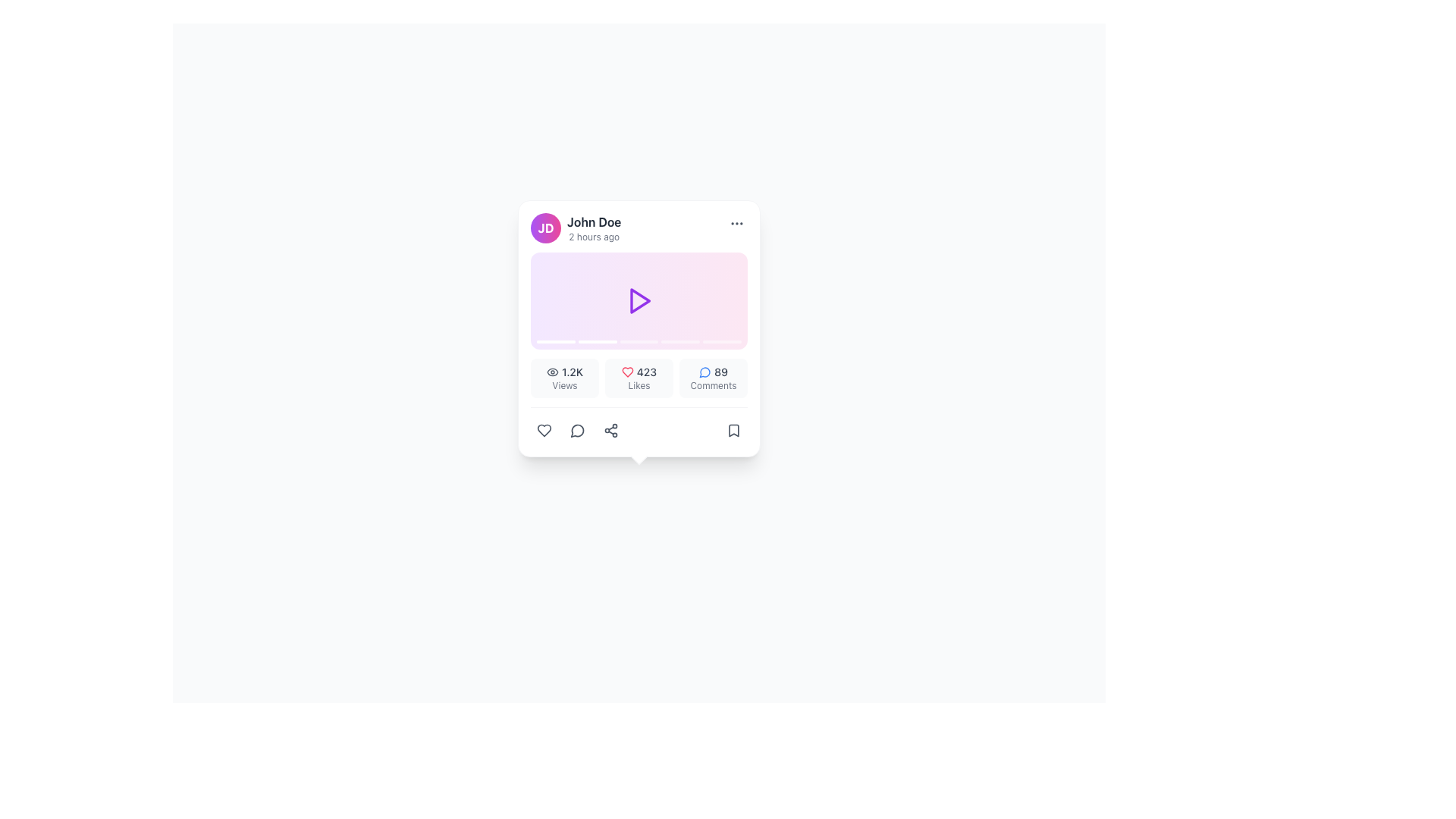  I want to click on the circular avatar displaying the initials 'JD' in the Profile Information Display, so click(639, 227).